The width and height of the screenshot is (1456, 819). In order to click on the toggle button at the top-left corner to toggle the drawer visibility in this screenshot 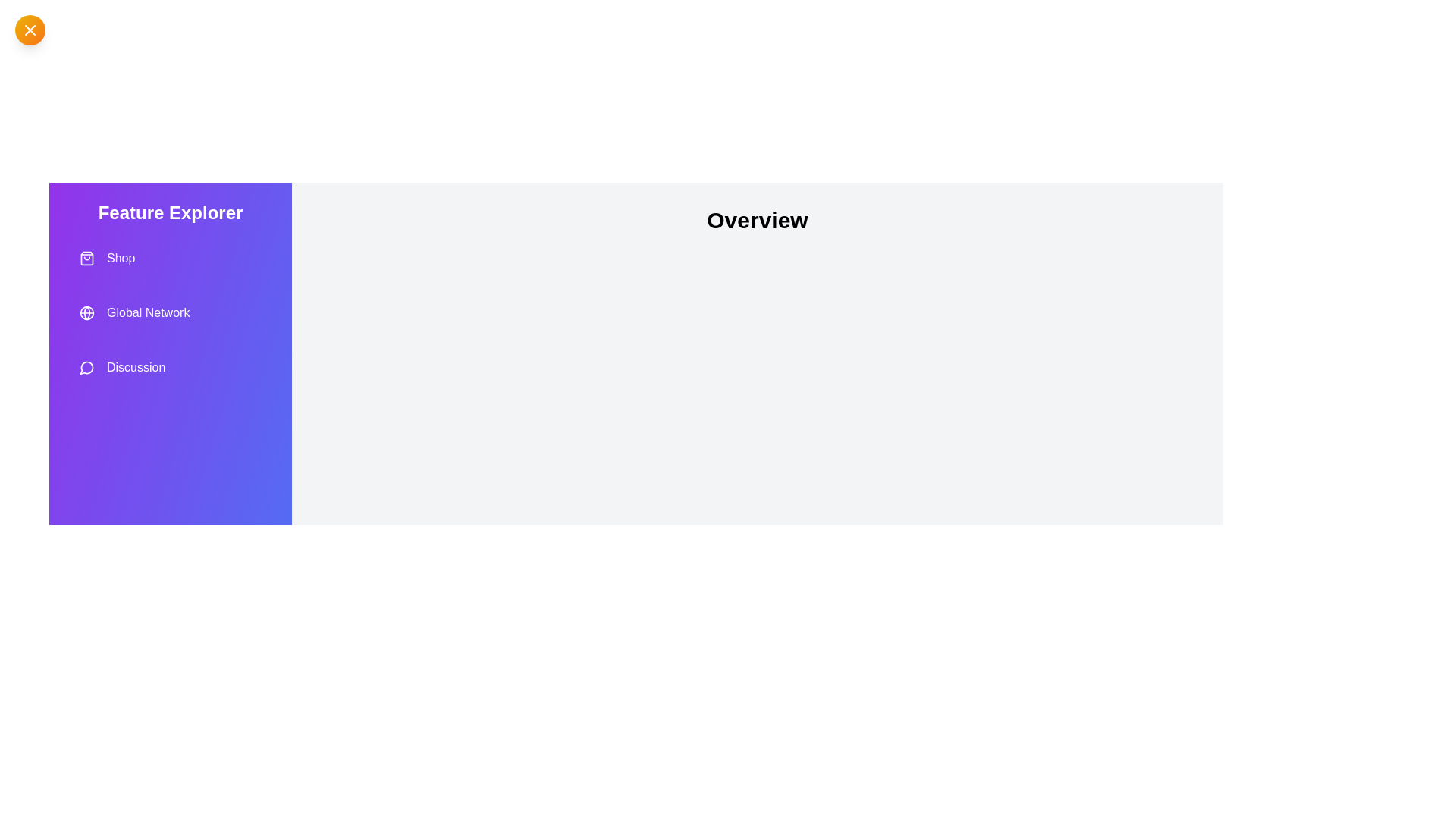, I will do `click(30, 30)`.